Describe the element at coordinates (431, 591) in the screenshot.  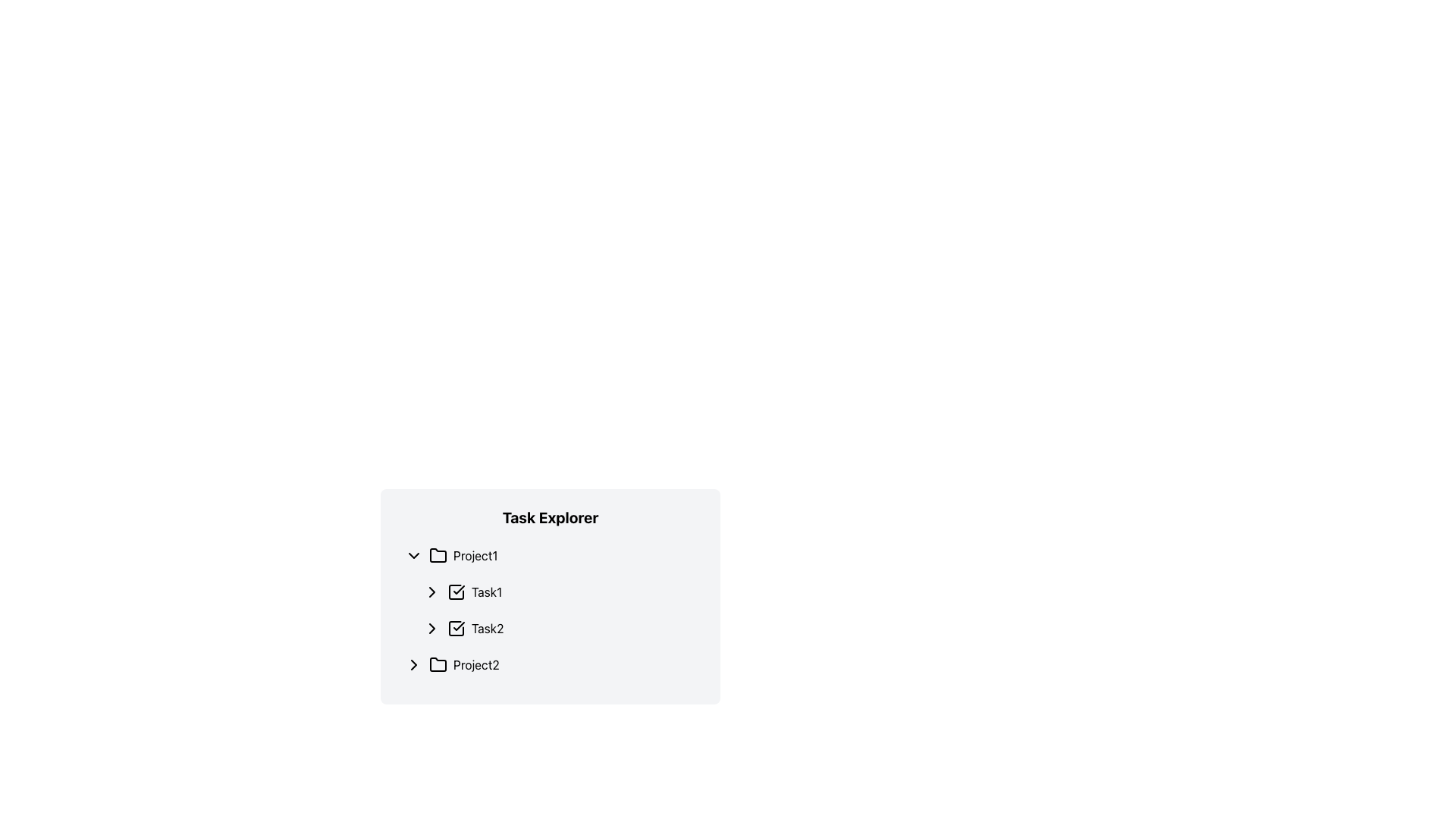
I see `the right-pointing chevron icon located to the left of the 'Task1' label in the Task Explorer interface` at that location.